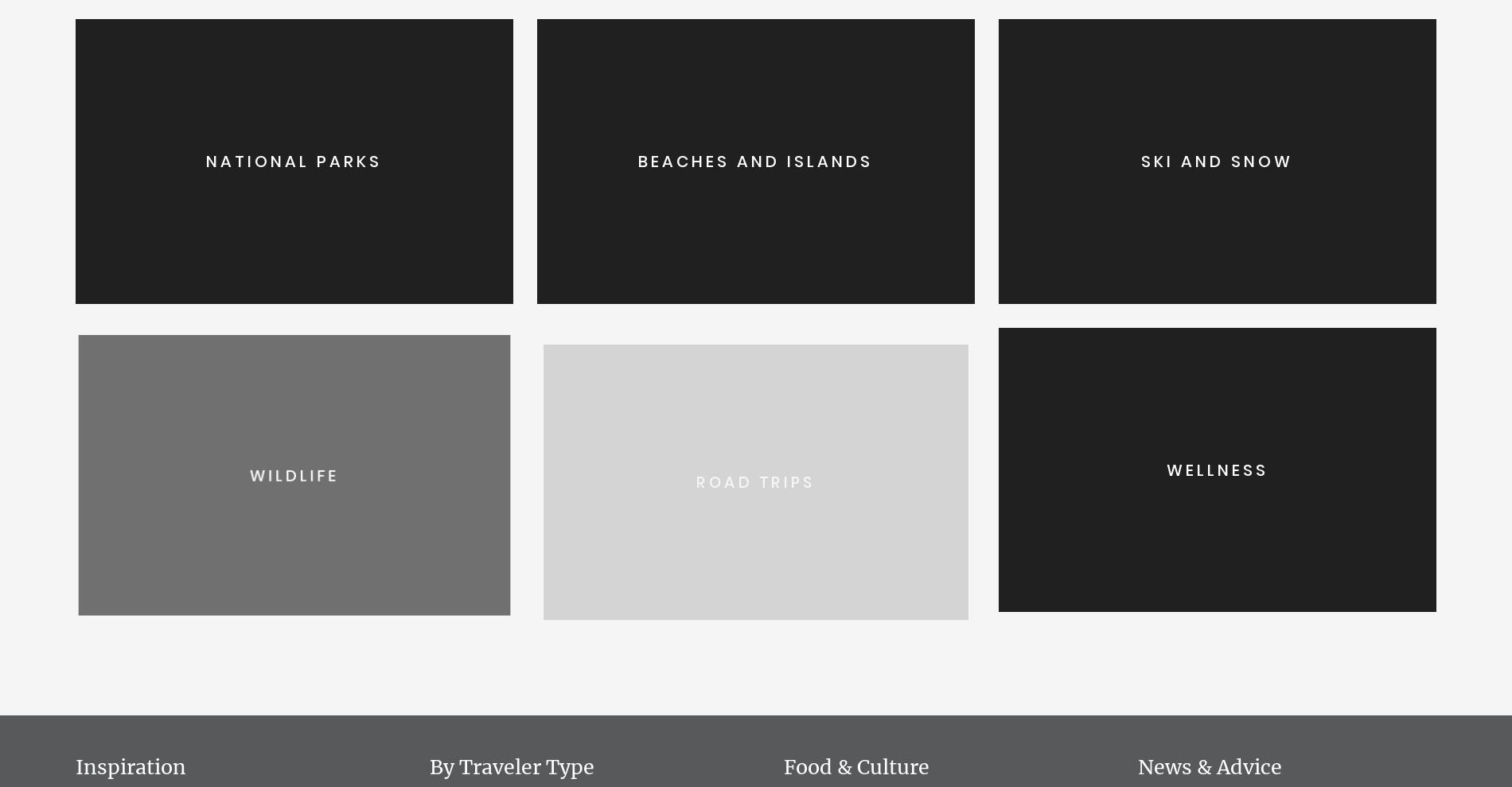  Describe the element at coordinates (512, 766) in the screenshot. I see `'By Traveler Type'` at that location.